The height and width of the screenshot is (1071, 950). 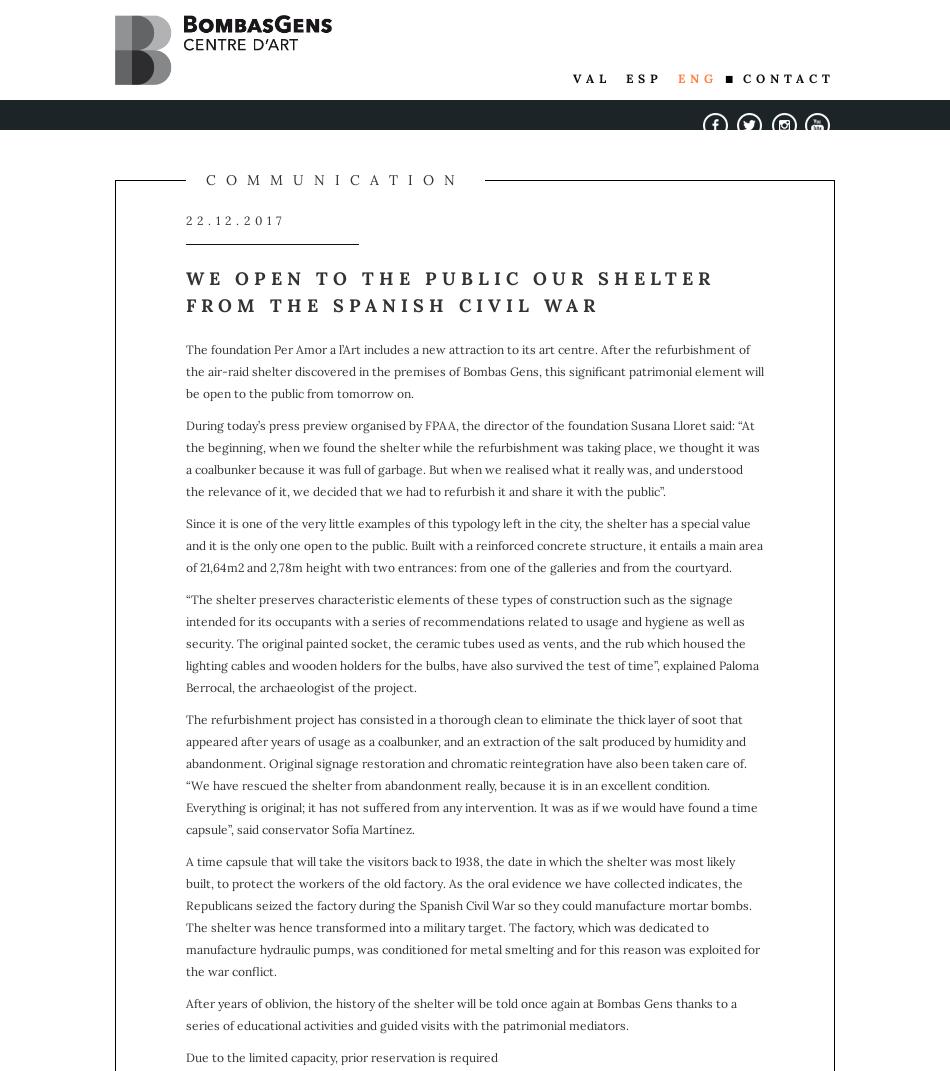 I want to click on 'The refurbishment project has consisted in a thorough clean to eliminate the thick layer of soot that appeared after years of usage as a coalbunker, and an extraction of the salt produced by humidity and abandonment. Original signage restoration and chromatic reintegration have also been taken care of. “We have rescued the shelter from abandonment really, because it is in an excellent condition. Everything is original; it has not suffered from any intervention. It was as if we would have found a time capsule”, said conservator Sofía Martínez.', so click(x=470, y=773).